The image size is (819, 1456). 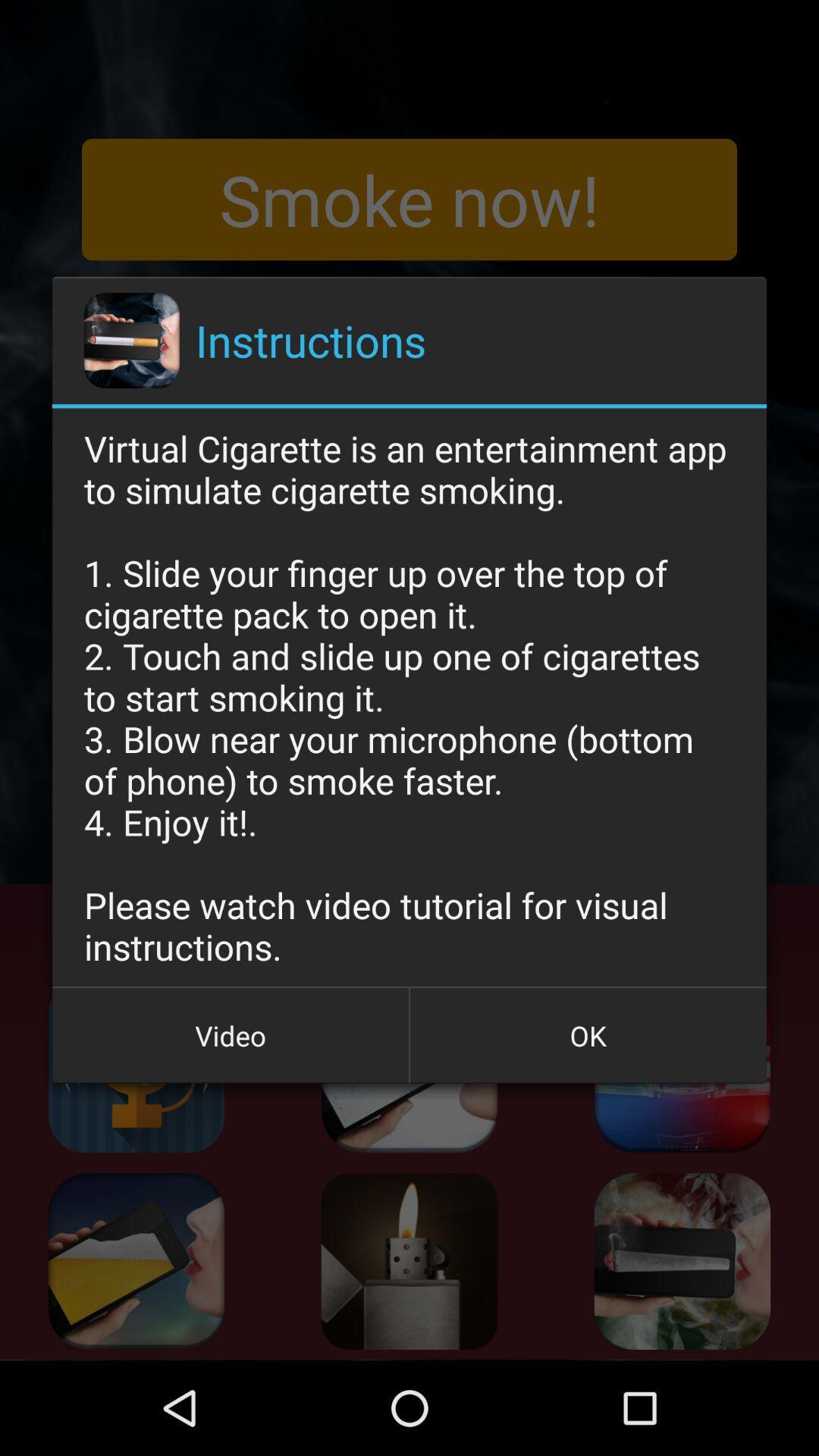 I want to click on video button, so click(x=231, y=1034).